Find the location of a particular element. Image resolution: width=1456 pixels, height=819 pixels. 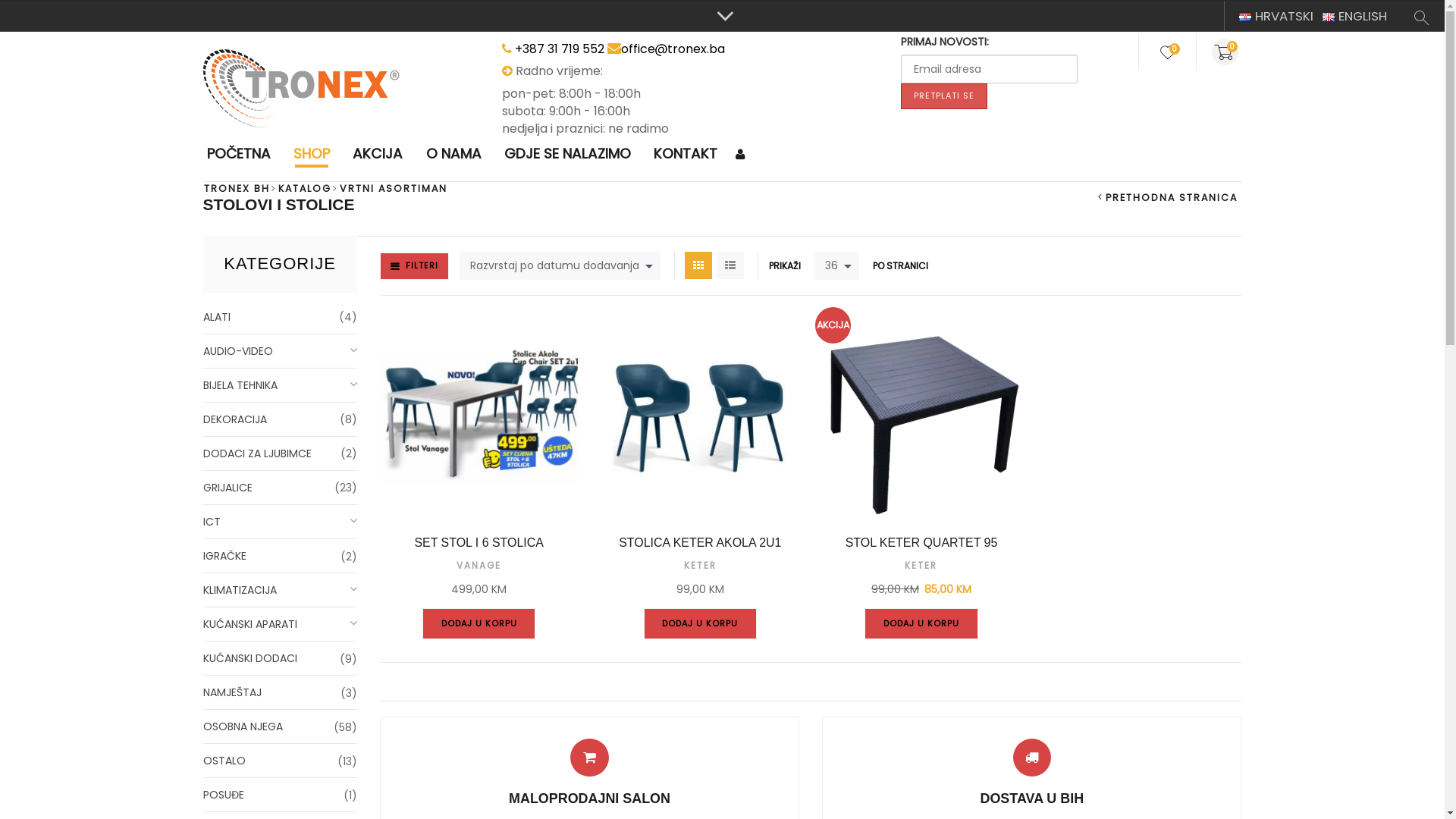

'ENGLISH' is located at coordinates (1354, 15).